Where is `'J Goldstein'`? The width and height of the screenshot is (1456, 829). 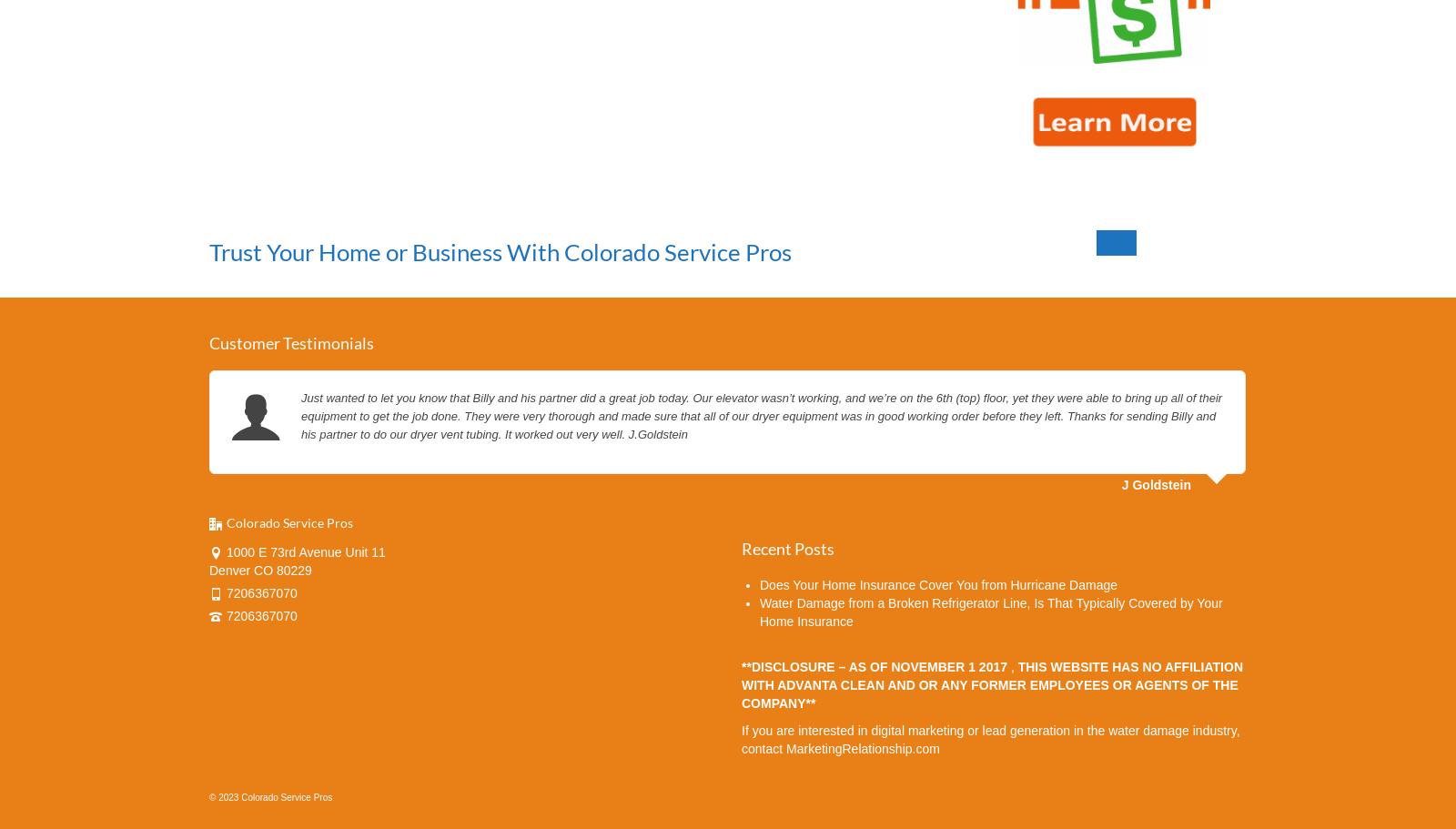
'J Goldstein' is located at coordinates (1155, 483).